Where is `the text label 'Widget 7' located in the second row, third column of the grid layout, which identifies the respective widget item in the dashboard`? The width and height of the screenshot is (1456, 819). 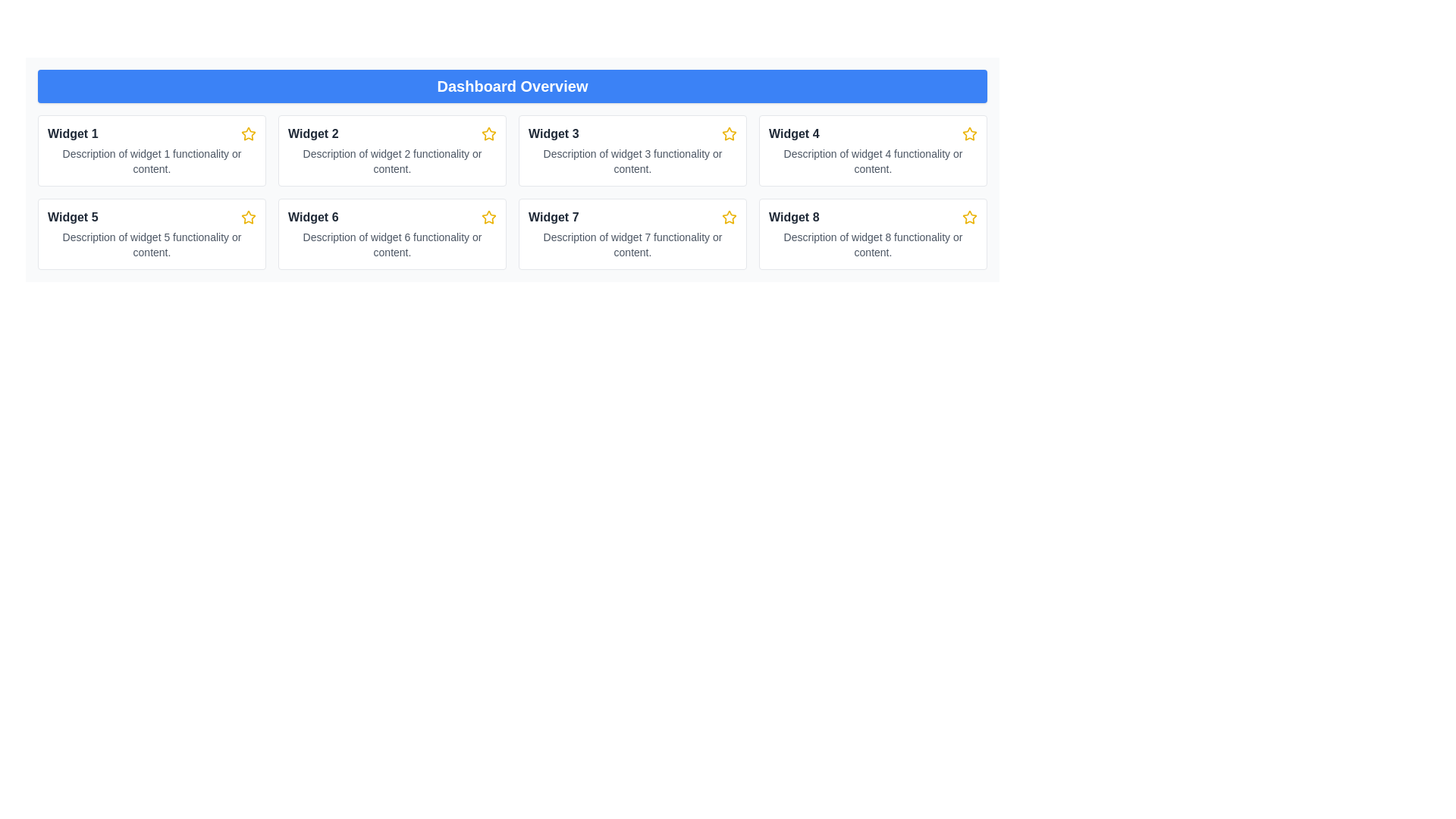 the text label 'Widget 7' located in the second row, third column of the grid layout, which identifies the respective widget item in the dashboard is located at coordinates (553, 217).